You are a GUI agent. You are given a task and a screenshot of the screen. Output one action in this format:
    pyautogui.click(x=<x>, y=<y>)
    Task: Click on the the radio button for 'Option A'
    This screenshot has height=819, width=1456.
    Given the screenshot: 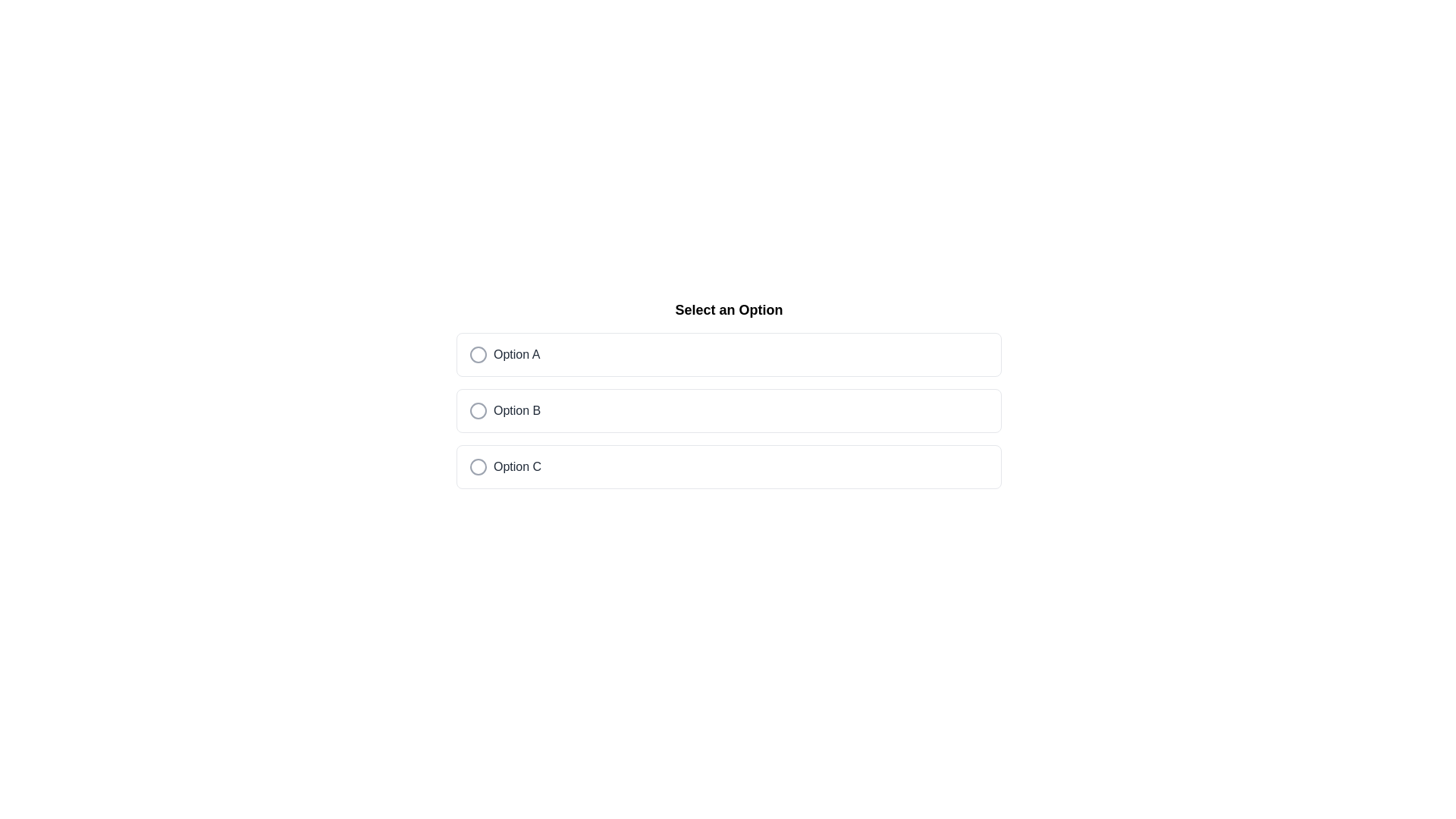 What is the action you would take?
    pyautogui.click(x=477, y=354)
    